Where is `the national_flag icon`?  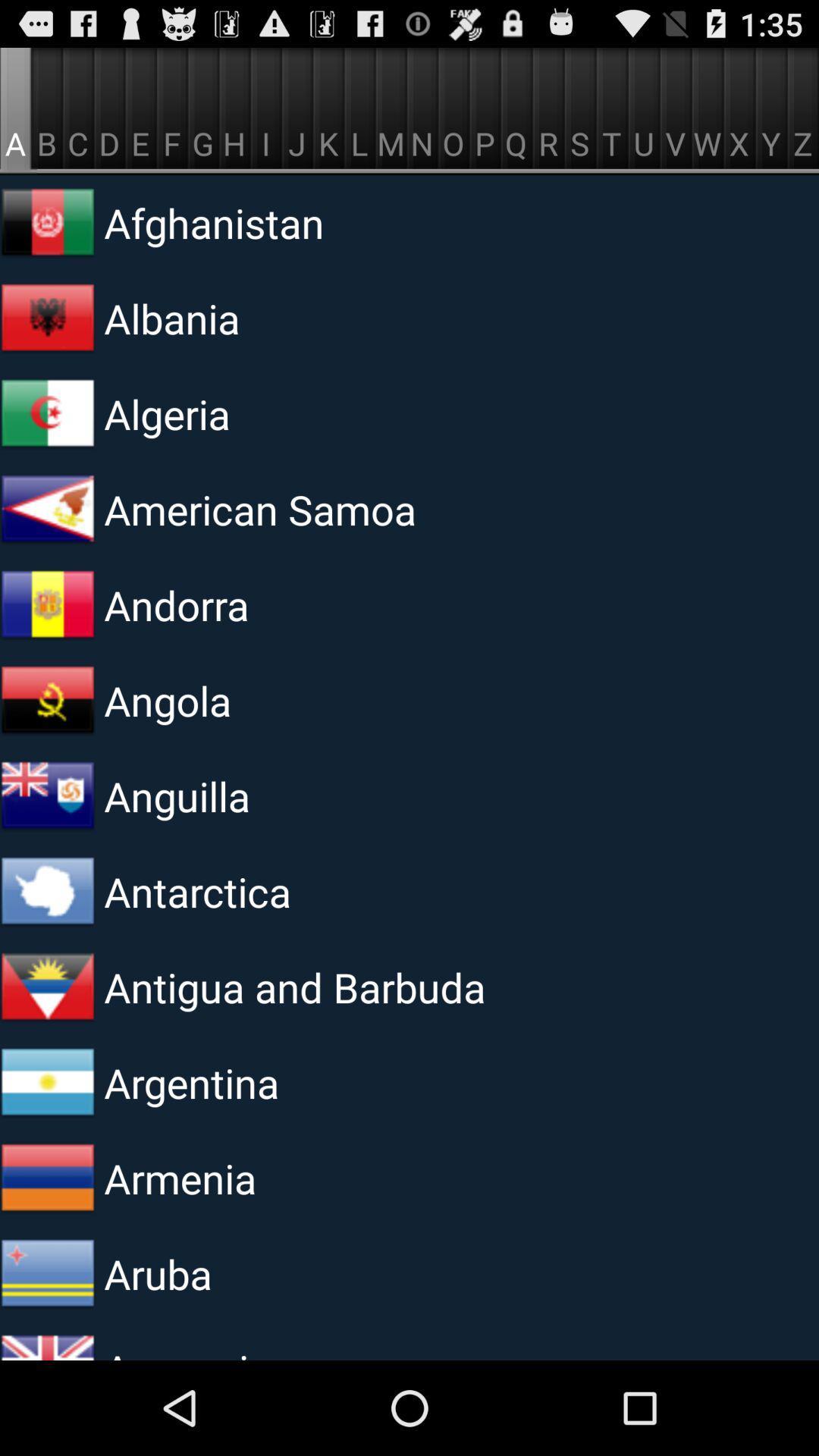
the national_flag icon is located at coordinates (46, 545).